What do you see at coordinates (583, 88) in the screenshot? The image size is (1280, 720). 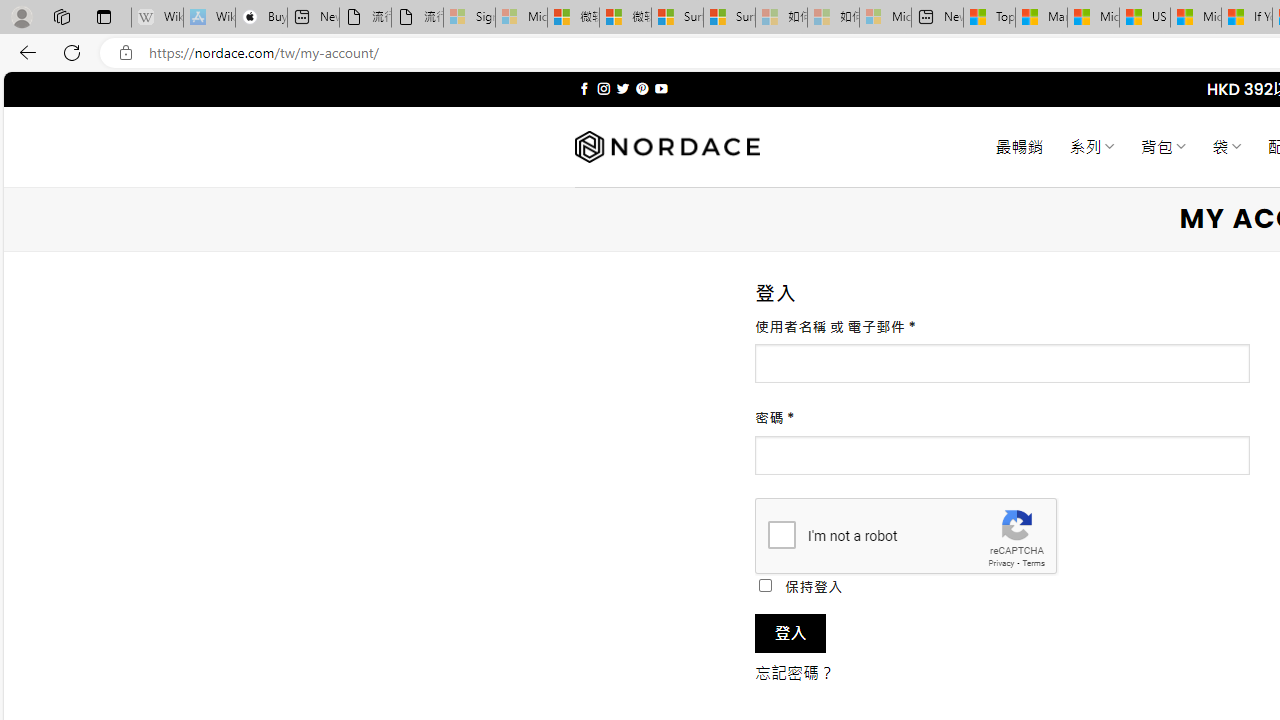 I see `'Follow on Facebook'` at bounding box center [583, 88].